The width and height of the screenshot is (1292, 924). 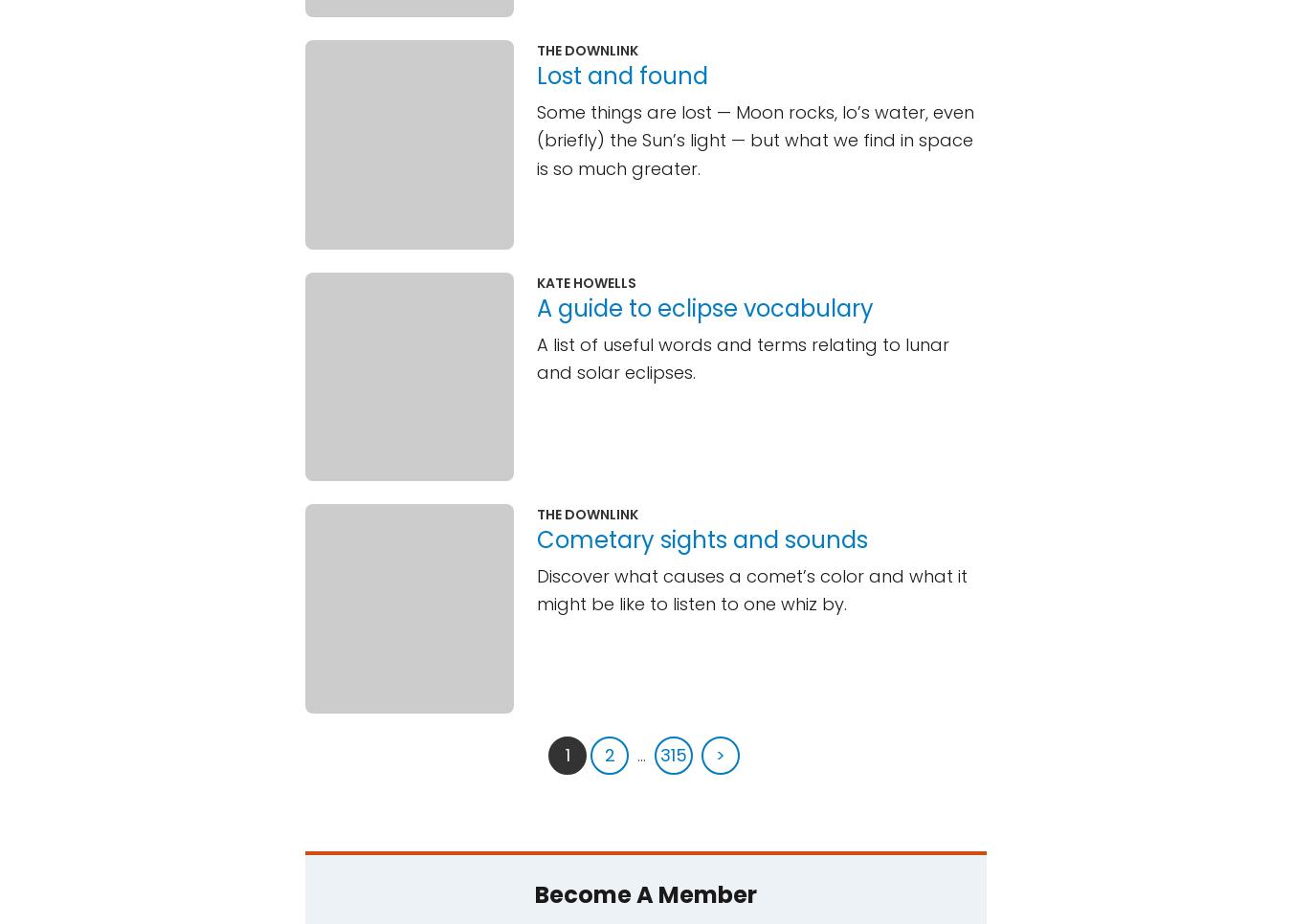 What do you see at coordinates (536, 307) in the screenshot?
I see `'A guide to eclipse vocabulary'` at bounding box center [536, 307].